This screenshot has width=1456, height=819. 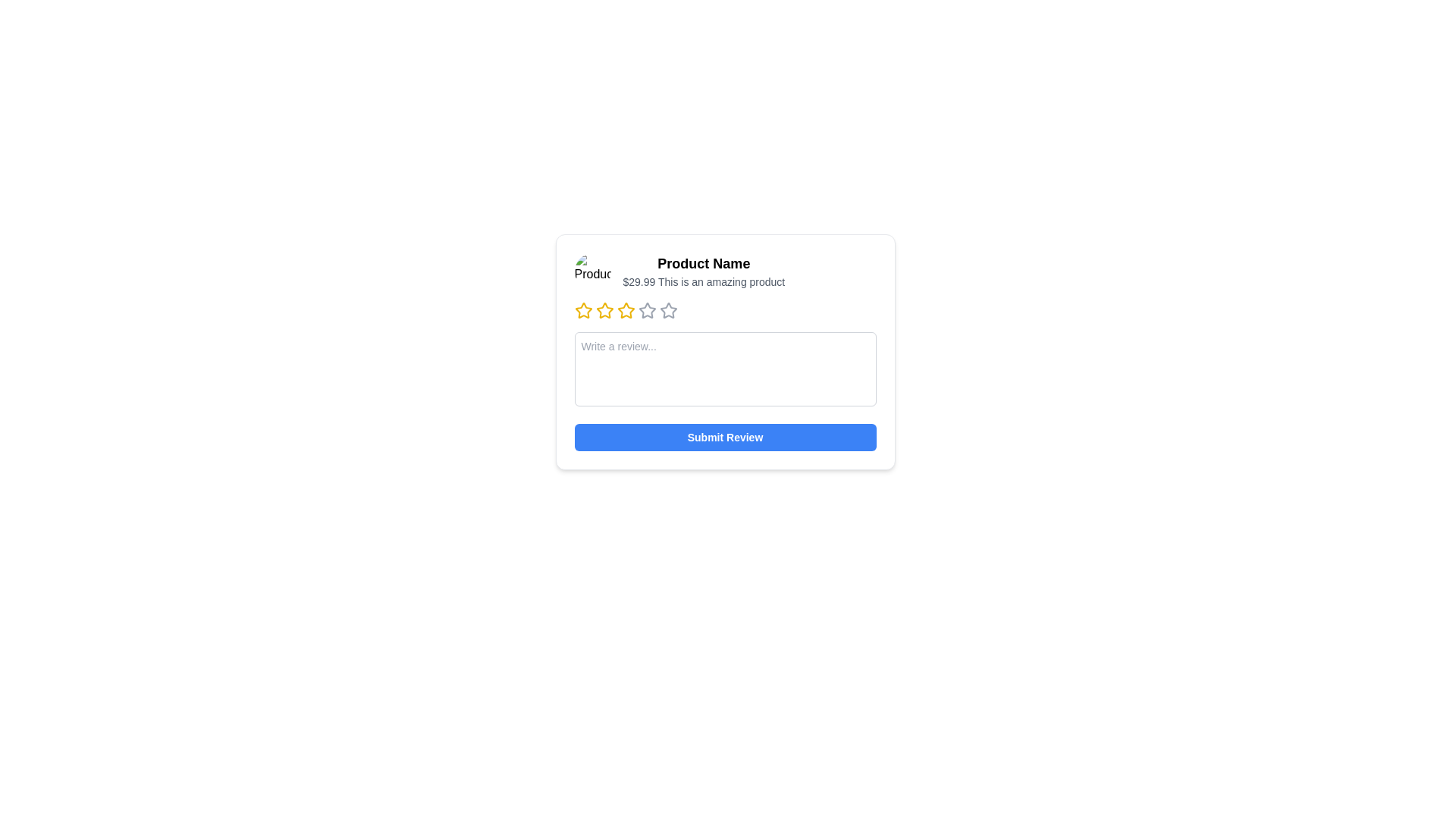 What do you see at coordinates (724, 309) in the screenshot?
I see `the selected star icon in the horizontal bar of interactive star icons` at bounding box center [724, 309].